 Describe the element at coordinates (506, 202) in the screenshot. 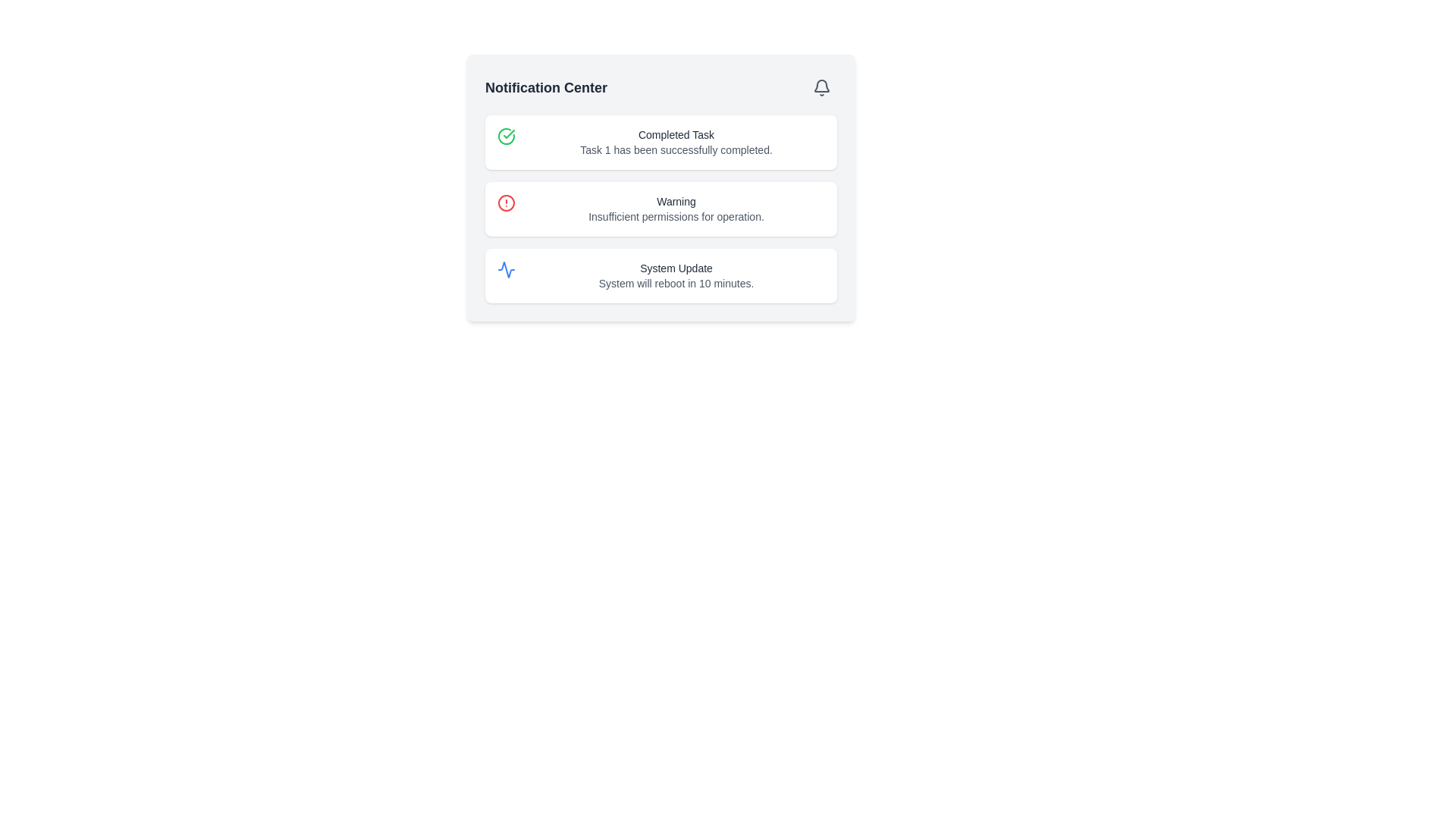

I see `the warning icon located in the second notification panel under 'Notification Center', next to the text 'Insufficient permissions for operation.'` at that location.